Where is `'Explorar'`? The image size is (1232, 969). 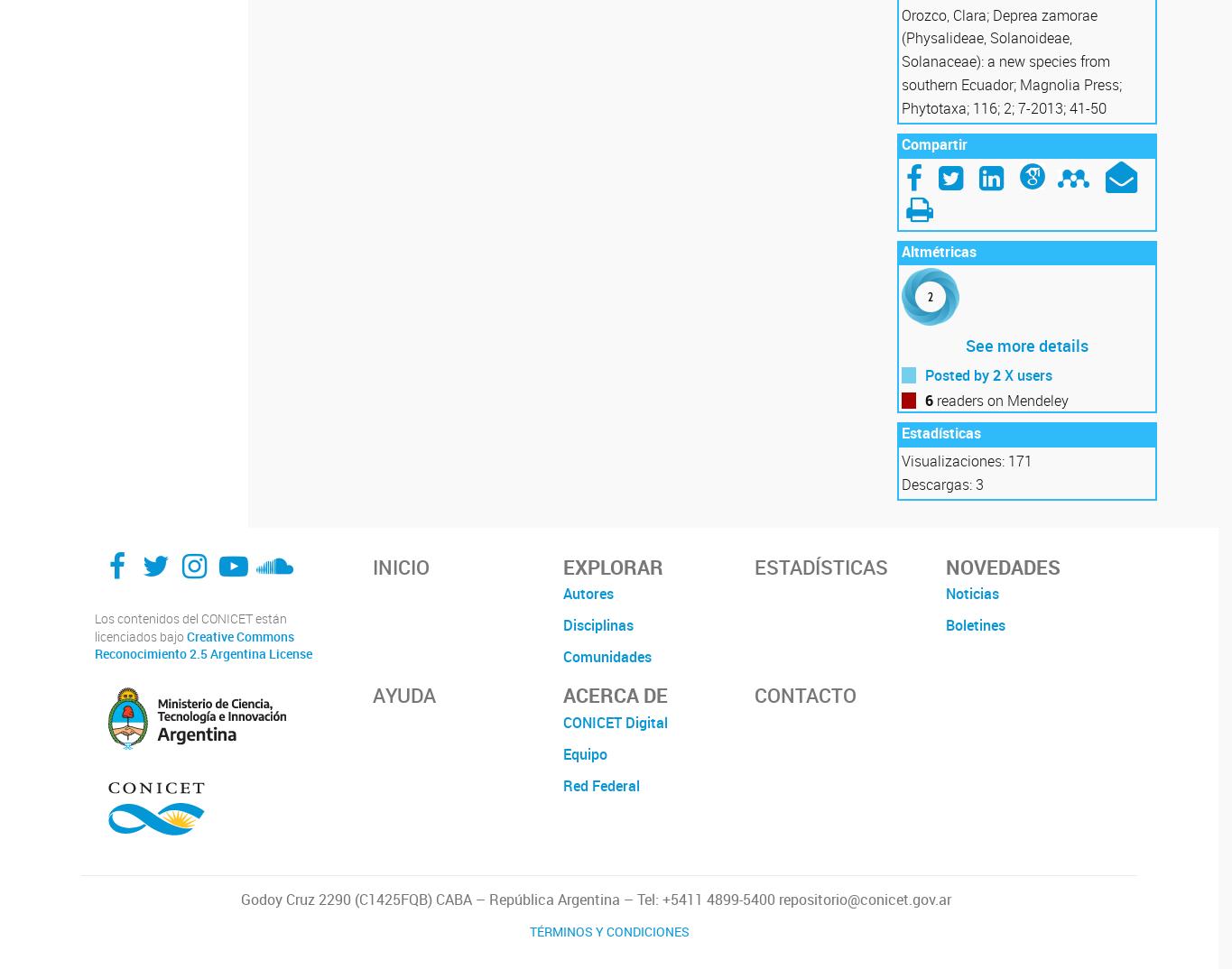 'Explorar' is located at coordinates (613, 566).